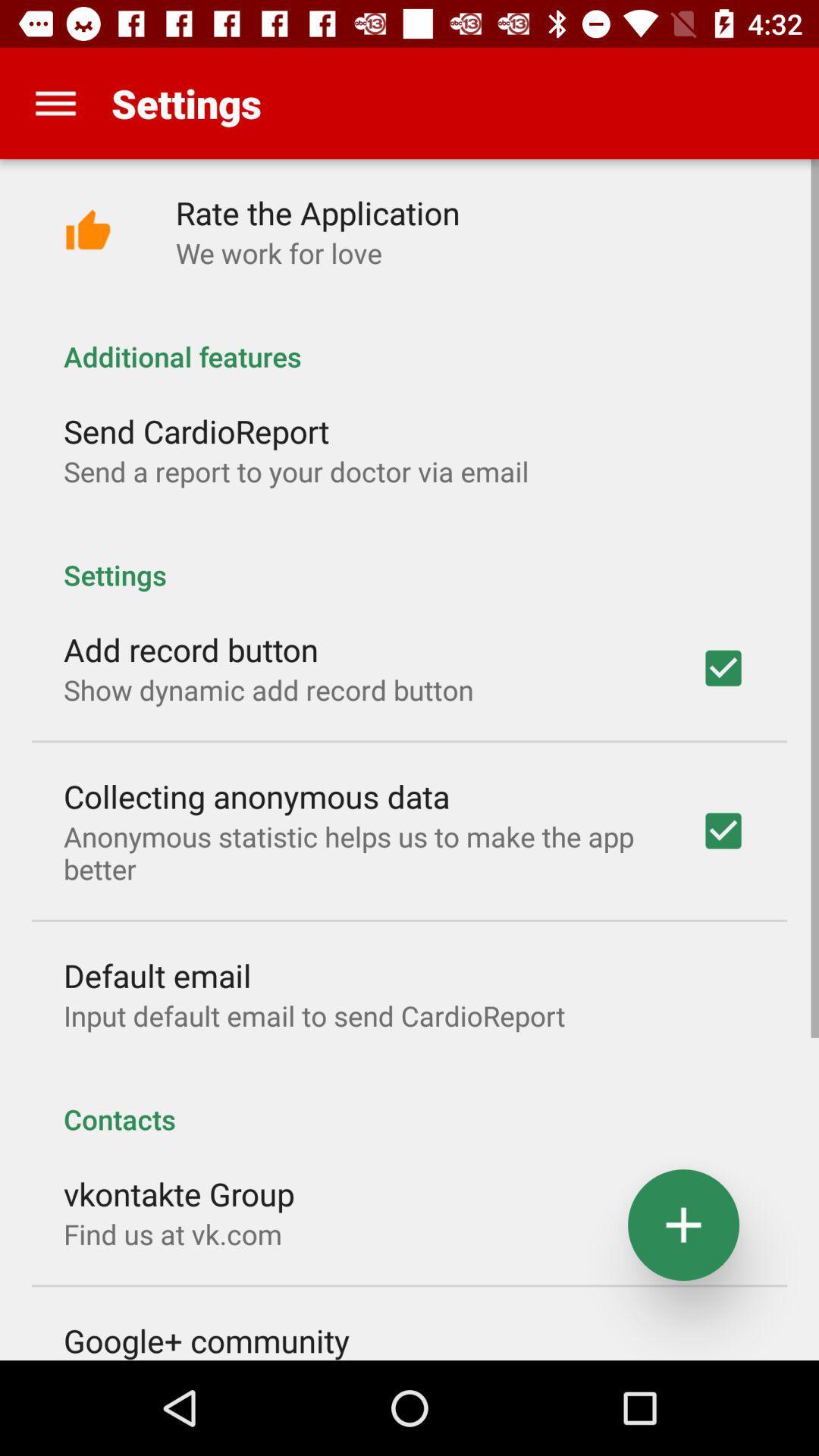 The image size is (819, 1456). What do you see at coordinates (362, 852) in the screenshot?
I see `anonymous statistic helps item` at bounding box center [362, 852].